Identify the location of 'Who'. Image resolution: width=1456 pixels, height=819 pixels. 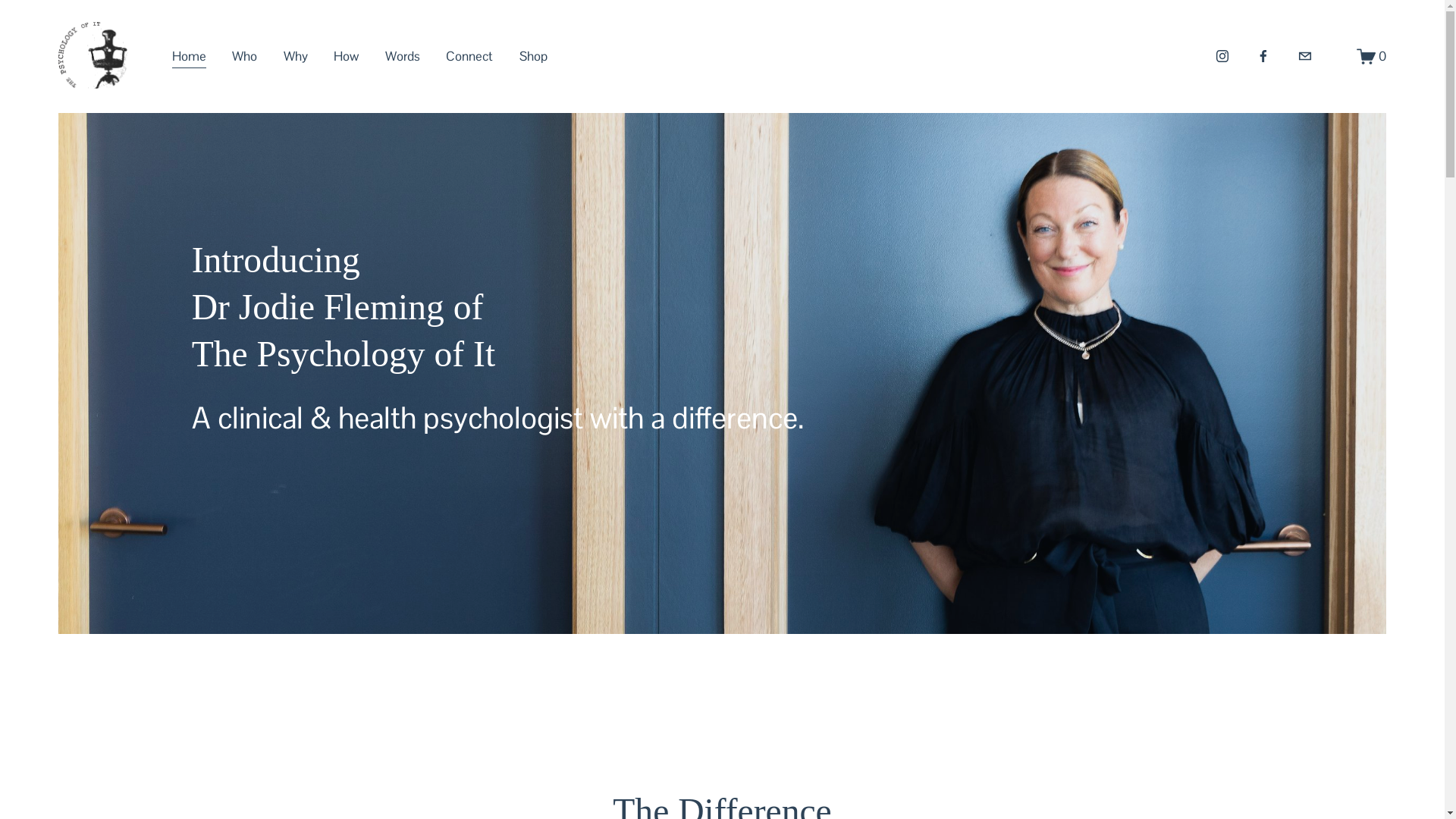
(244, 55).